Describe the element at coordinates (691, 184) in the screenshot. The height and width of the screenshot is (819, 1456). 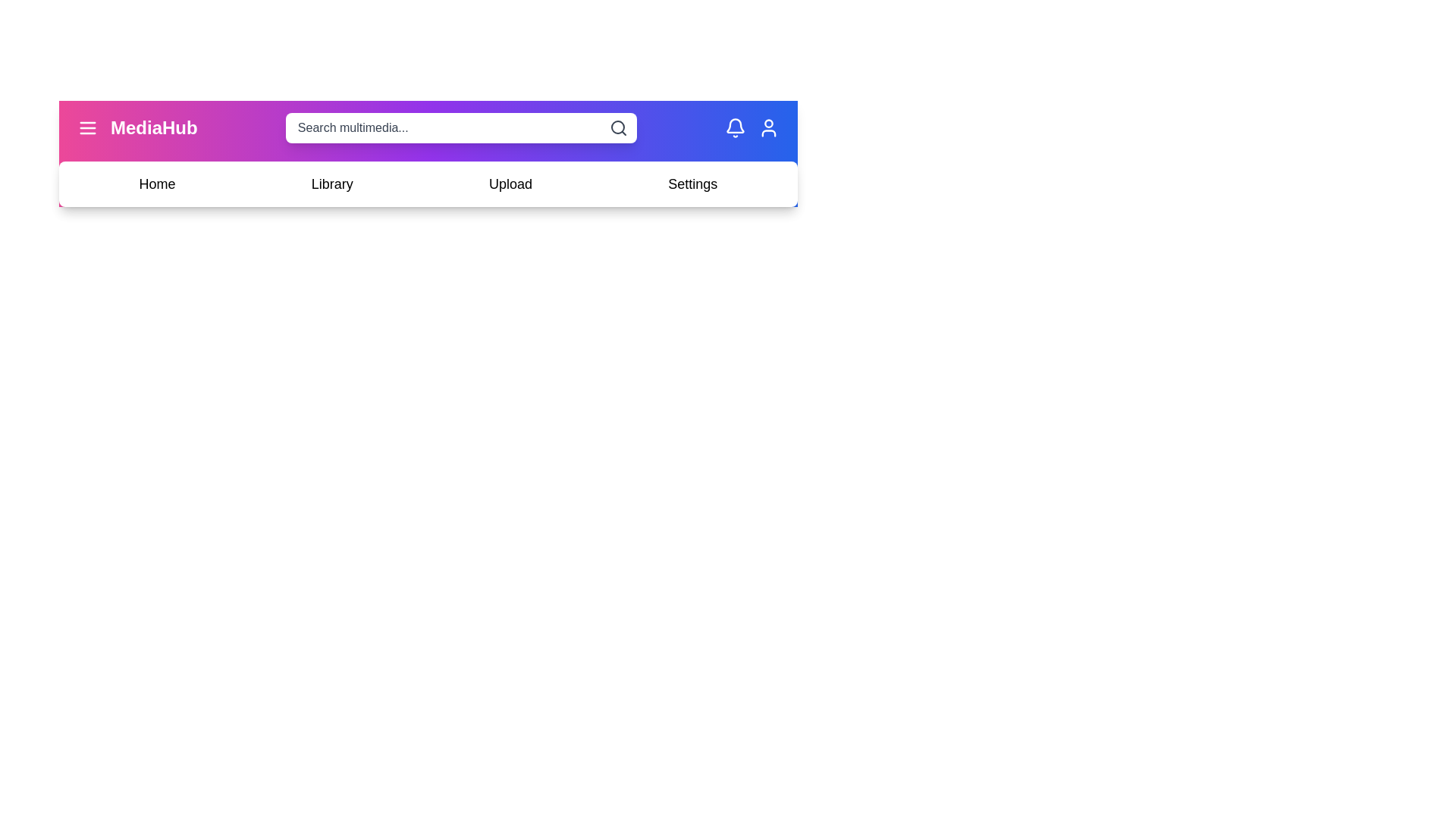
I see `the navigation item Settings to navigate to the respective section` at that location.